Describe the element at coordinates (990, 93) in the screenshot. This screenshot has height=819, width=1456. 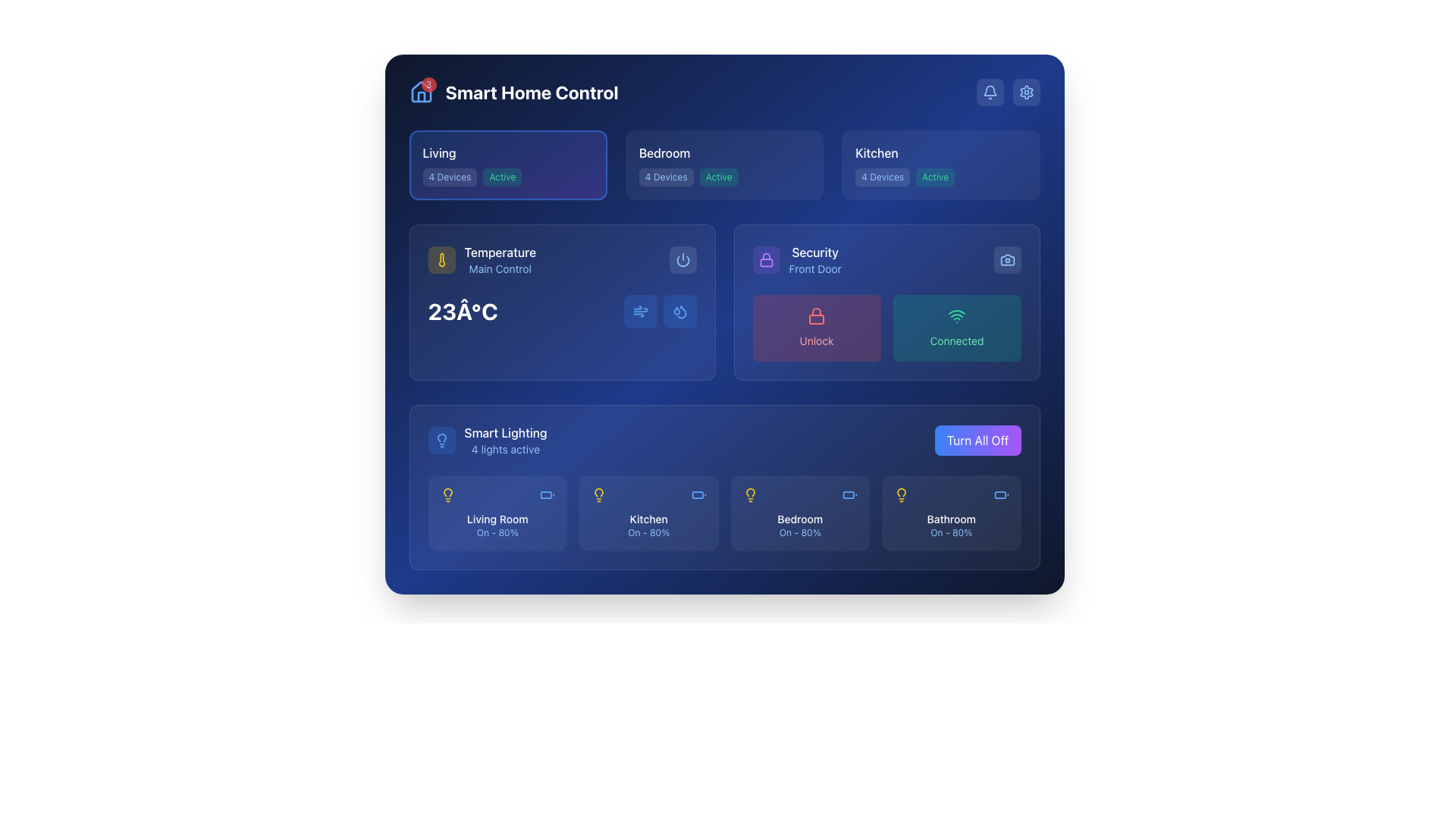
I see `the notification bell icon located in the top right corner of the user interface` at that location.